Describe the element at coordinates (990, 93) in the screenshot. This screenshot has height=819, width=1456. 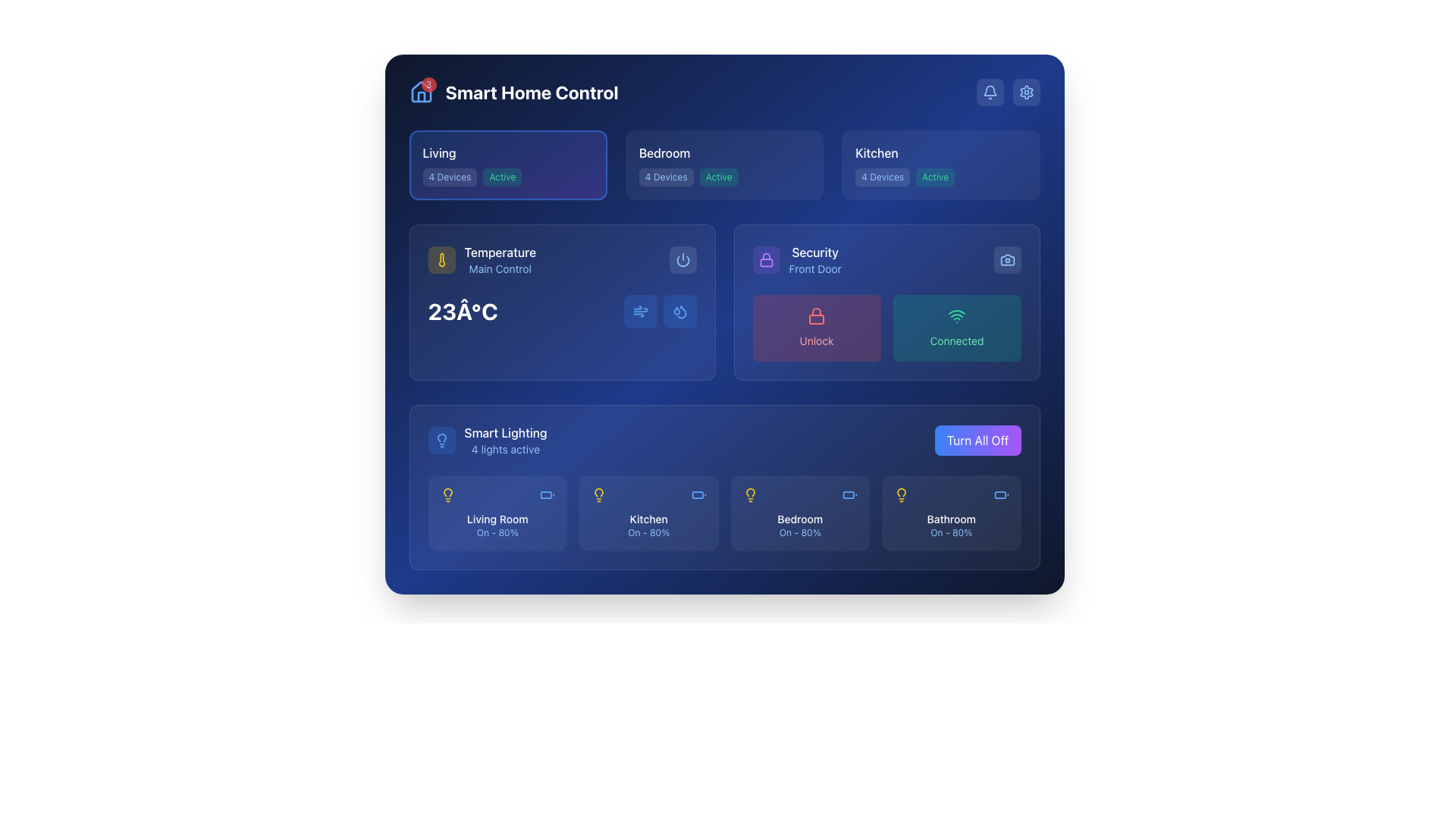
I see `the notification bell icon located in the top right corner of the user interface` at that location.